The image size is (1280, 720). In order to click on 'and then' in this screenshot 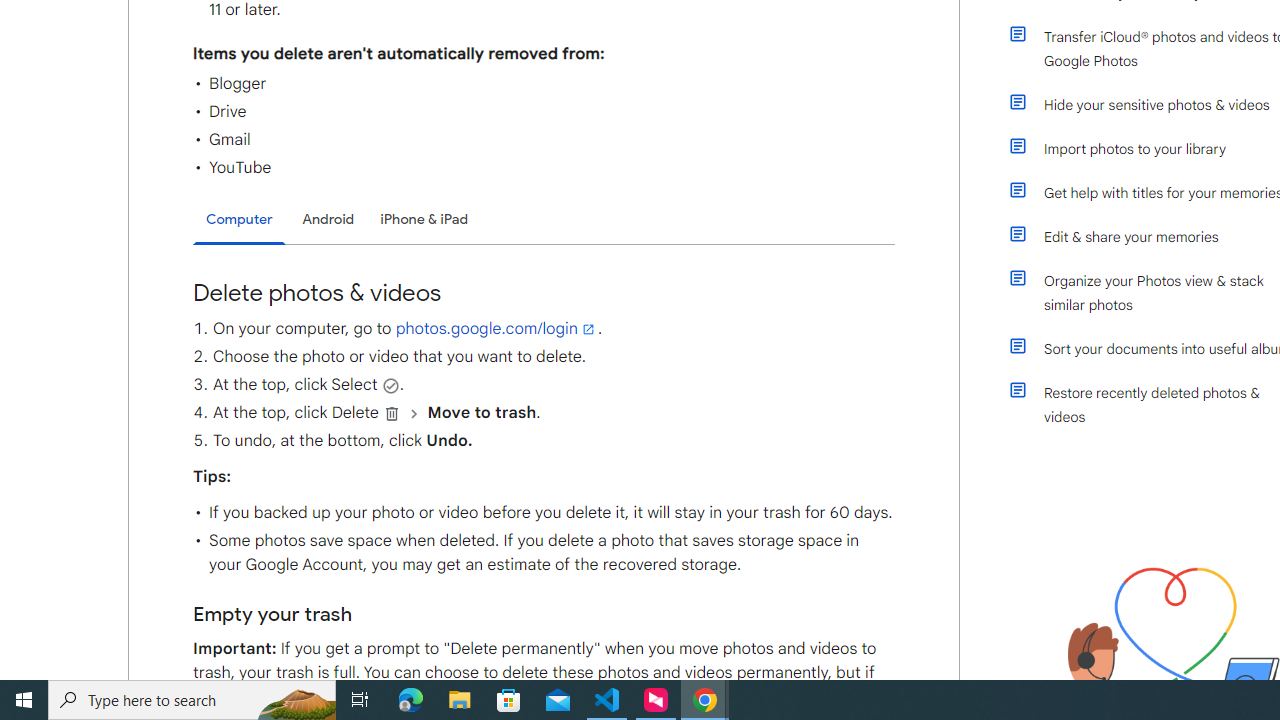, I will do `click(413, 412)`.